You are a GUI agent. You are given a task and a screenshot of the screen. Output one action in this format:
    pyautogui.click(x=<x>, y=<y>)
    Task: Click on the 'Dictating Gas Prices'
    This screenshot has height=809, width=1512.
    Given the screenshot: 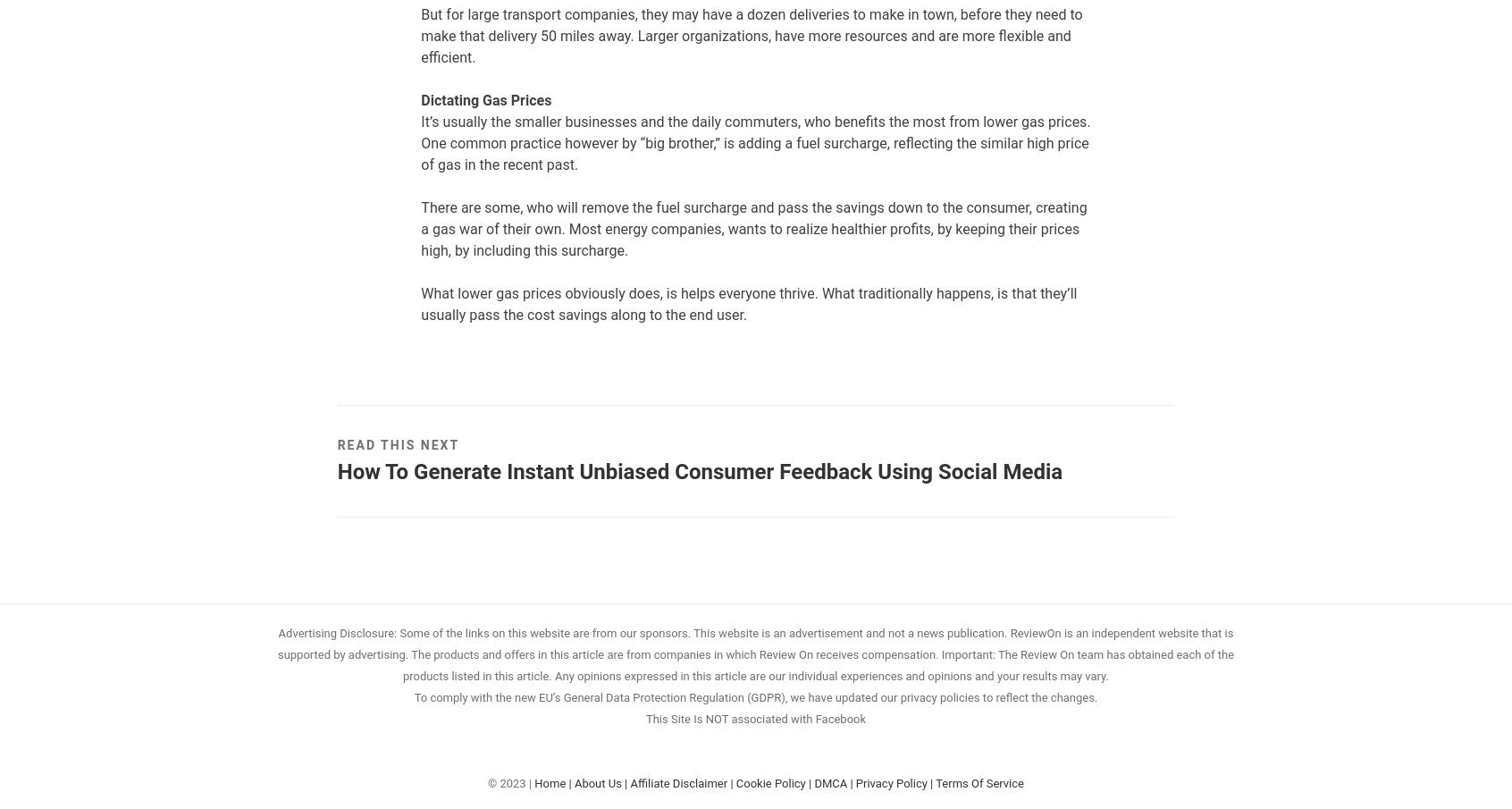 What is the action you would take?
    pyautogui.click(x=420, y=98)
    